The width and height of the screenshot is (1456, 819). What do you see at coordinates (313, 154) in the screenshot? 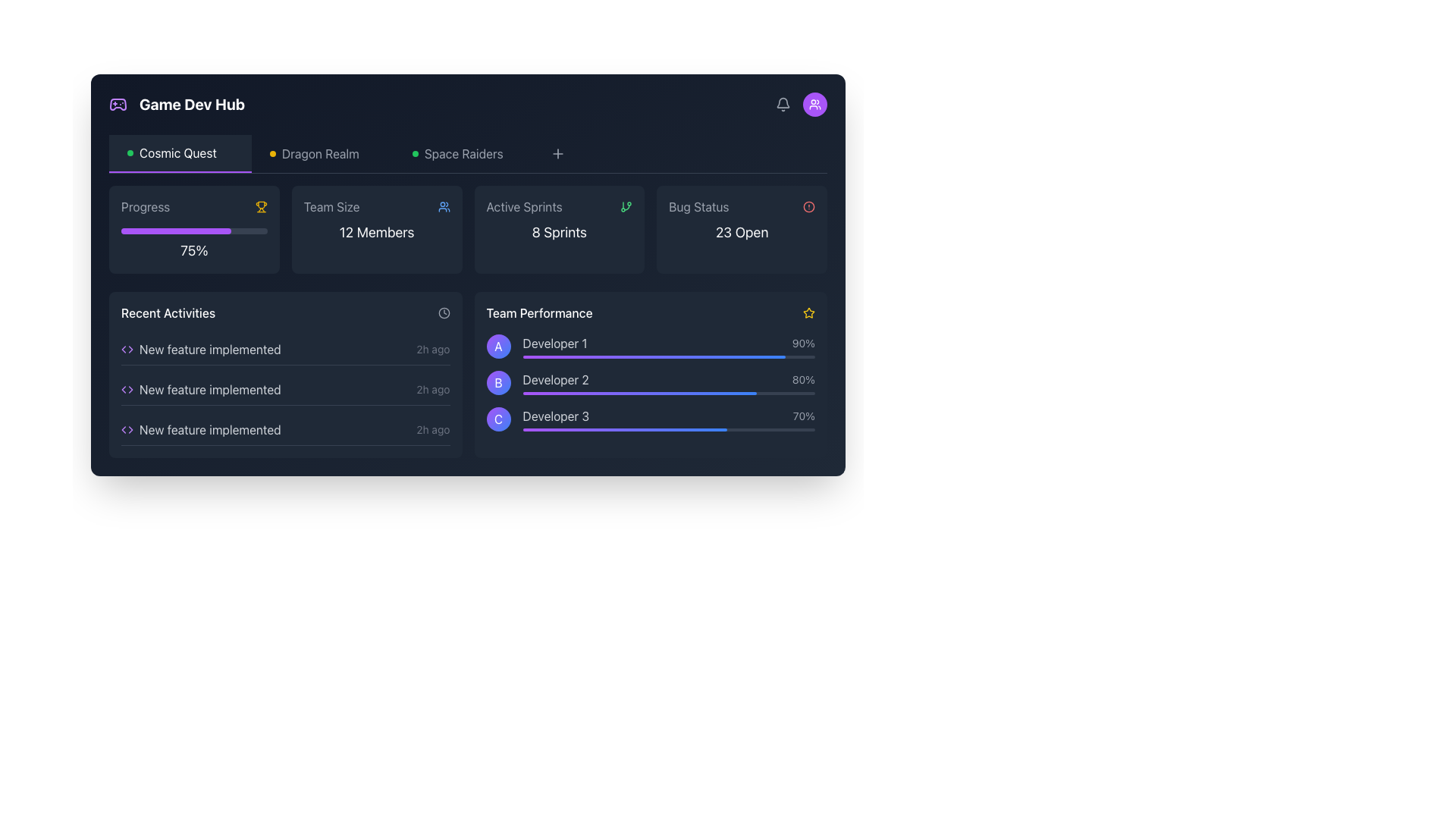
I see `the second text label in the top header section, which serves as a navigational label for 'Dragon Realm', positioned between 'Cosmic Quest' and 'Space Raiders'` at bounding box center [313, 154].